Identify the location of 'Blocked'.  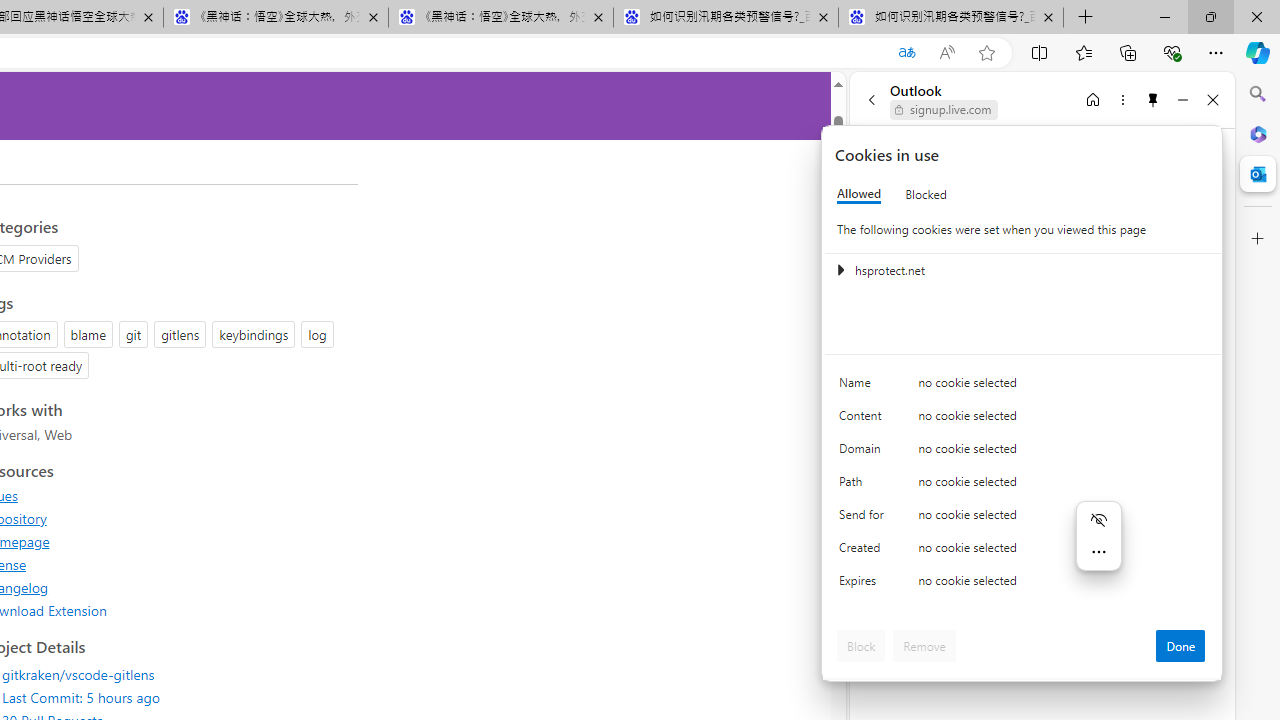
(925, 194).